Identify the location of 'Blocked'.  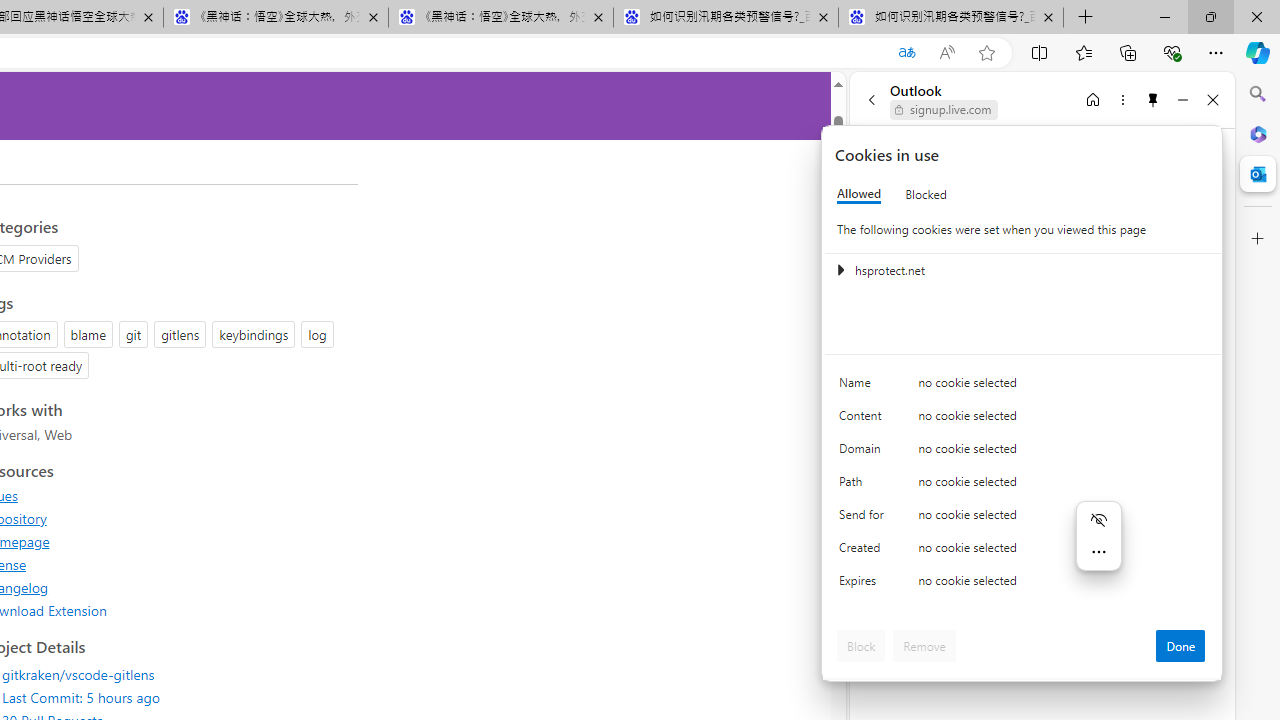
(925, 194).